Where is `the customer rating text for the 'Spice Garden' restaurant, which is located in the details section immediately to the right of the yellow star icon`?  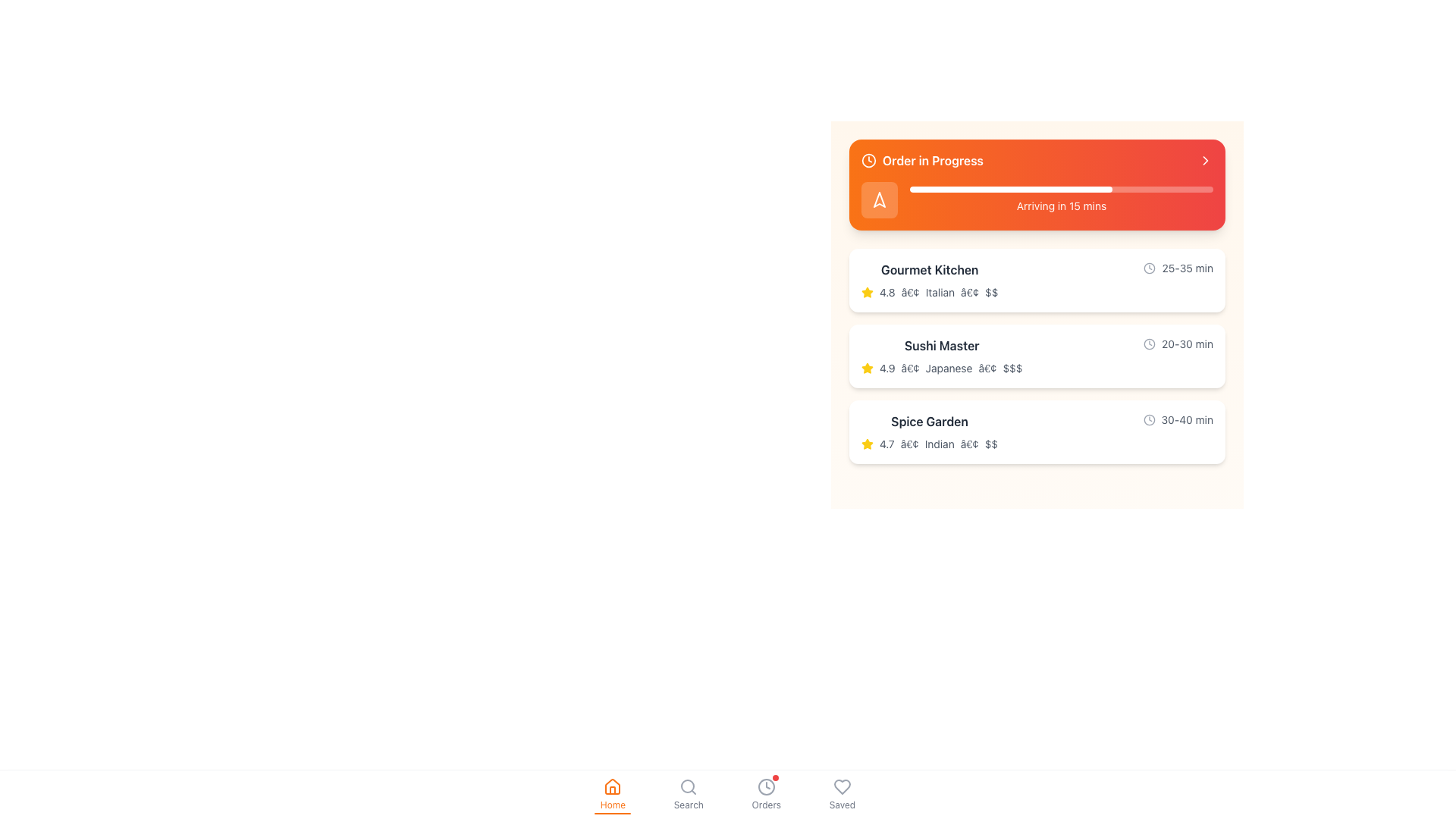
the customer rating text for the 'Spice Garden' restaurant, which is located in the details section immediately to the right of the yellow star icon is located at coordinates (886, 444).